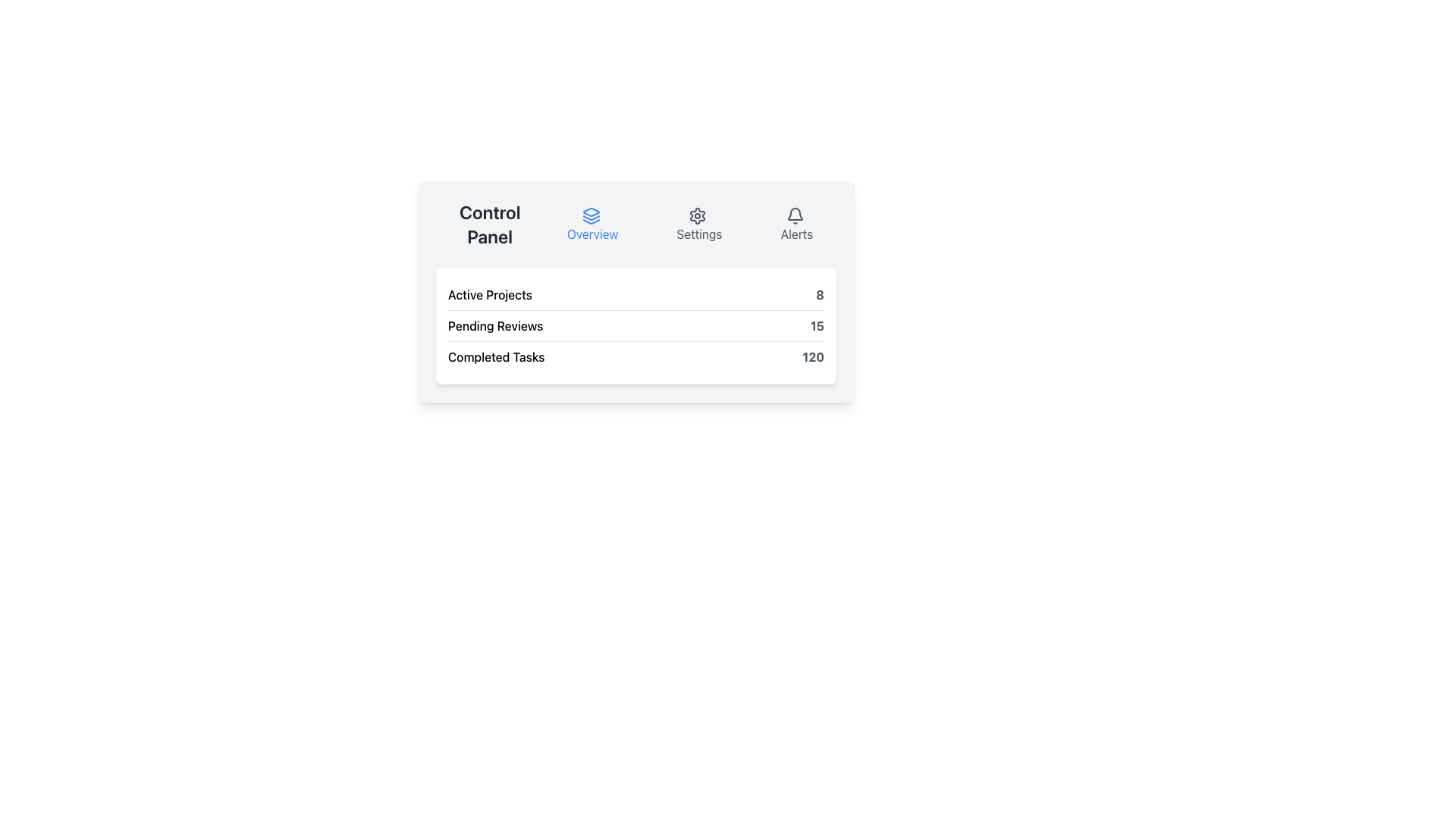 The image size is (1456, 819). What do you see at coordinates (590, 215) in the screenshot?
I see `the layers icon in the Overview menu, which features three overlapping trapezoidal shapes aligned vertically, located between the Control Panel text and the Settings icon` at bounding box center [590, 215].